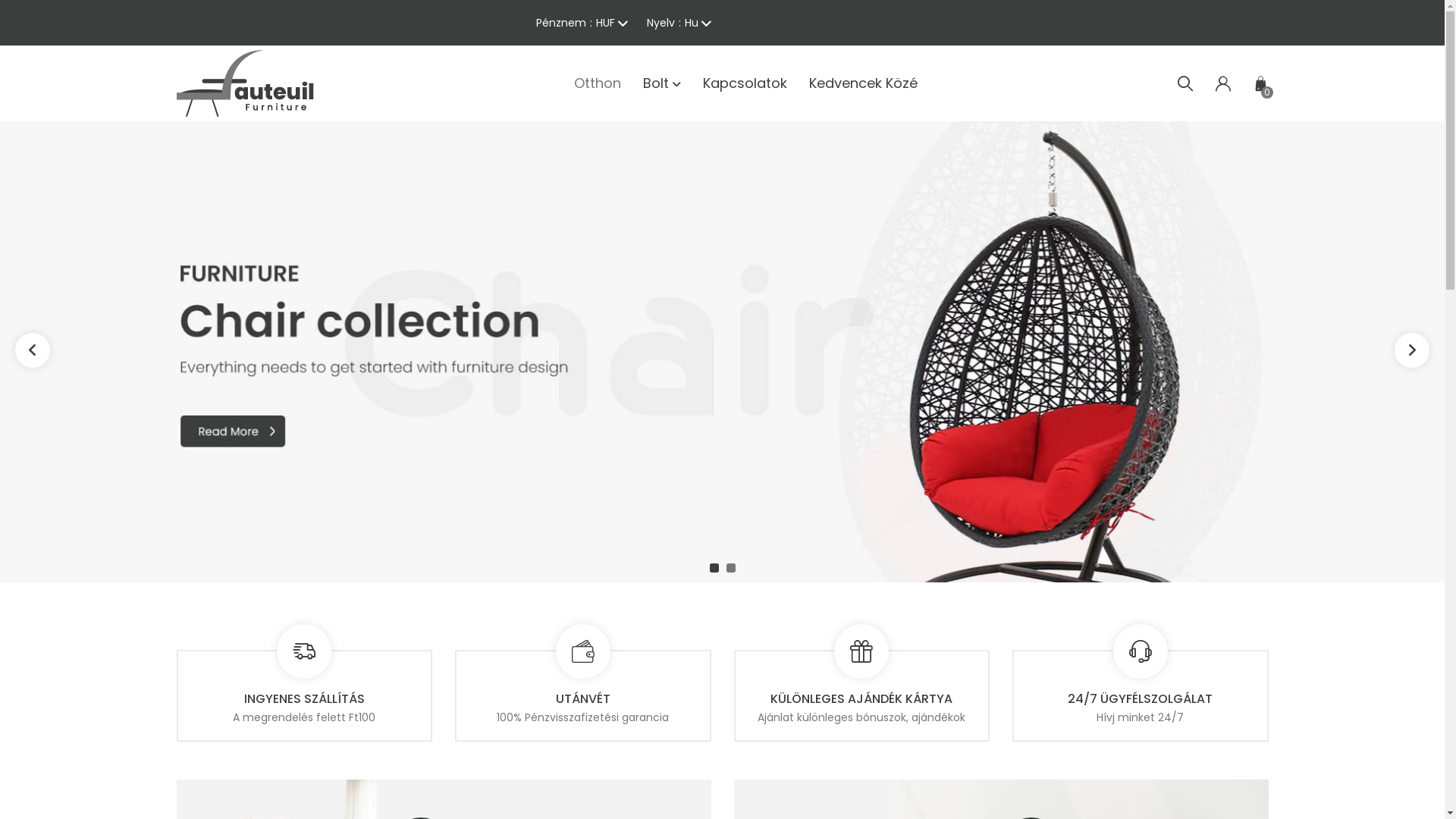 The image size is (1456, 819). Describe the element at coordinates (744, 83) in the screenshot. I see `'Kapcsolatok'` at that location.